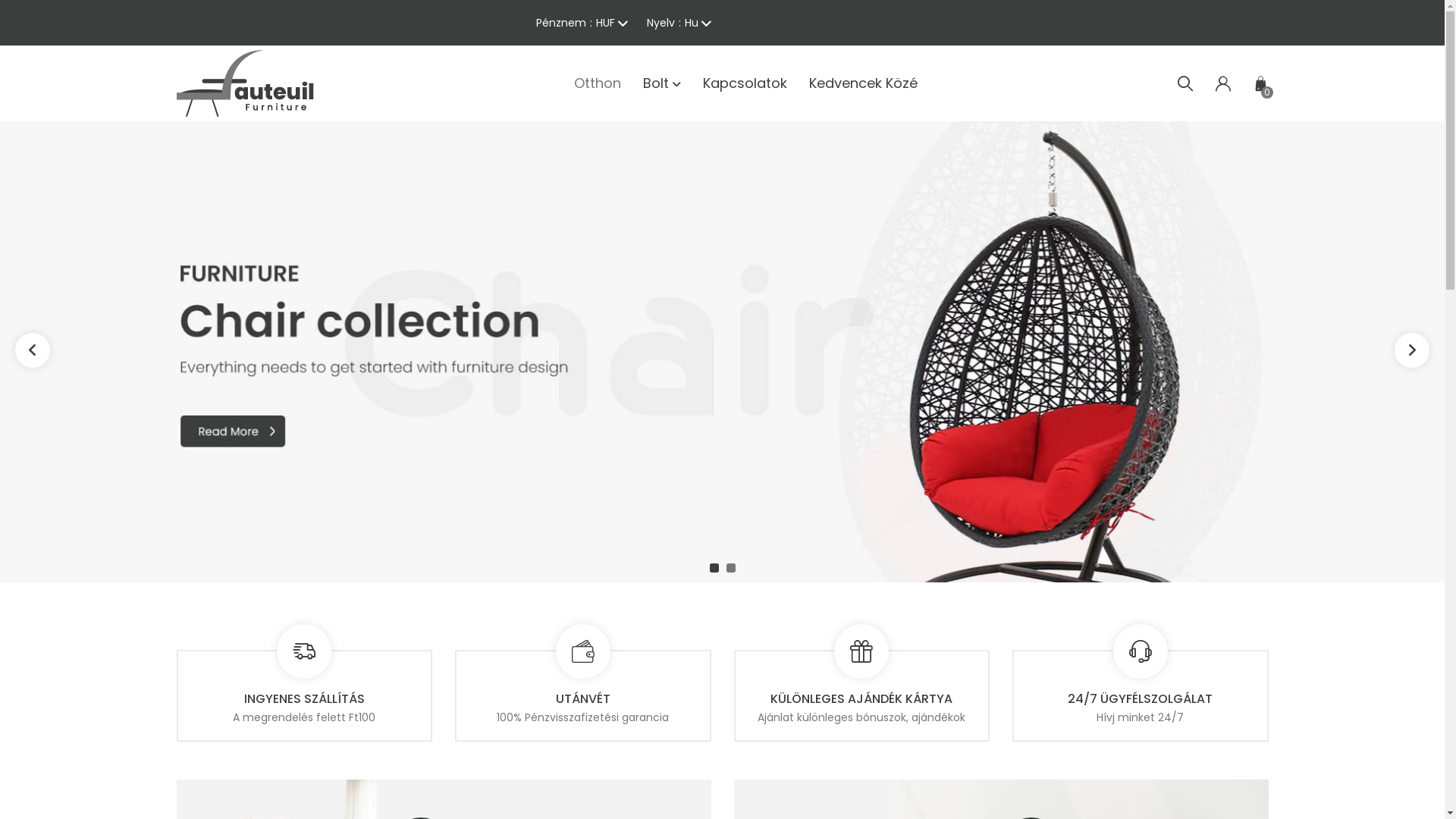 The image size is (1456, 819). Describe the element at coordinates (744, 83) in the screenshot. I see `'Kapcsolatok'` at that location.